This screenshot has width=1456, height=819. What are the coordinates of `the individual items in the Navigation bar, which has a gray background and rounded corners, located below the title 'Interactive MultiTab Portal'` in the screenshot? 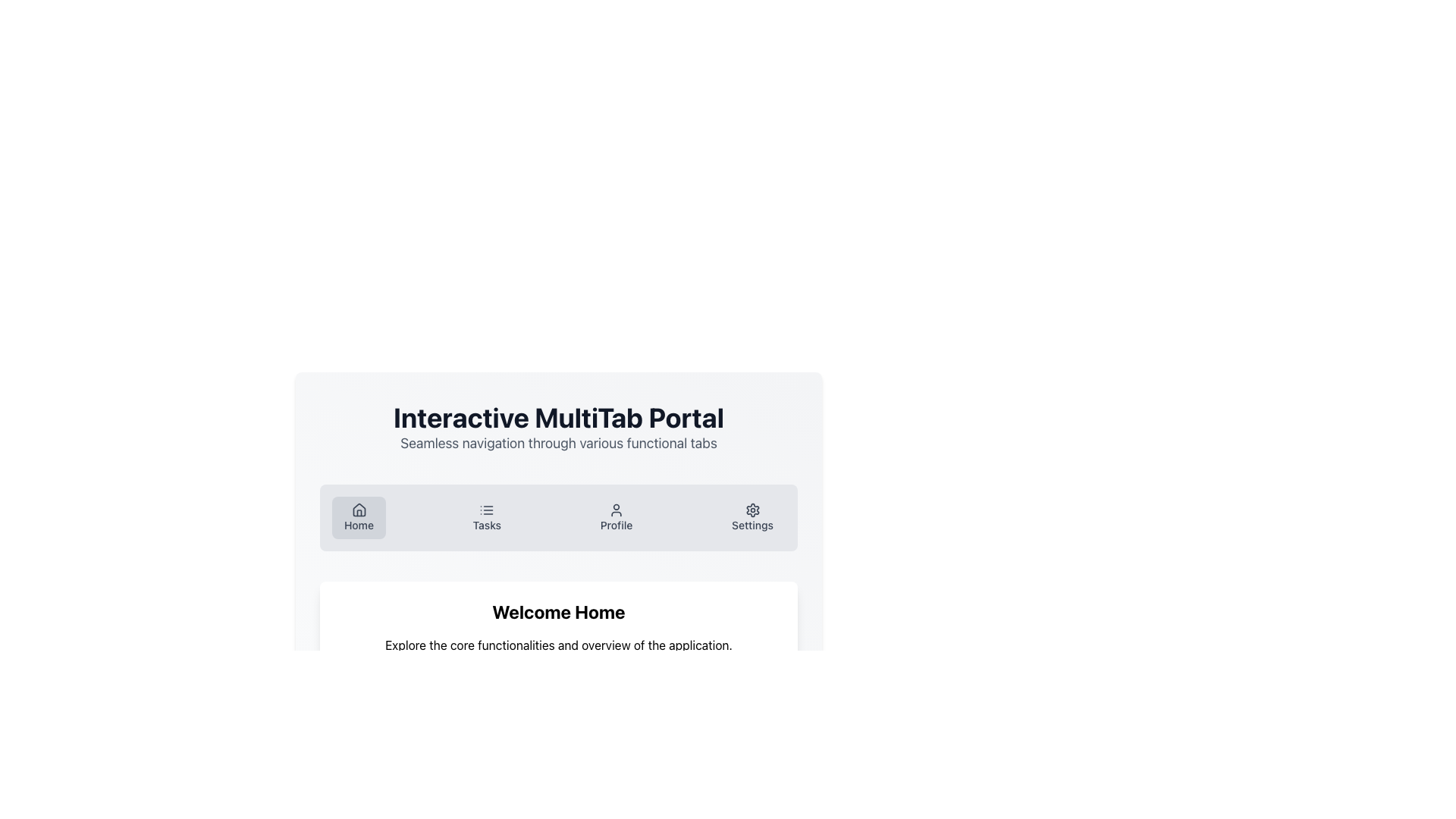 It's located at (558, 516).